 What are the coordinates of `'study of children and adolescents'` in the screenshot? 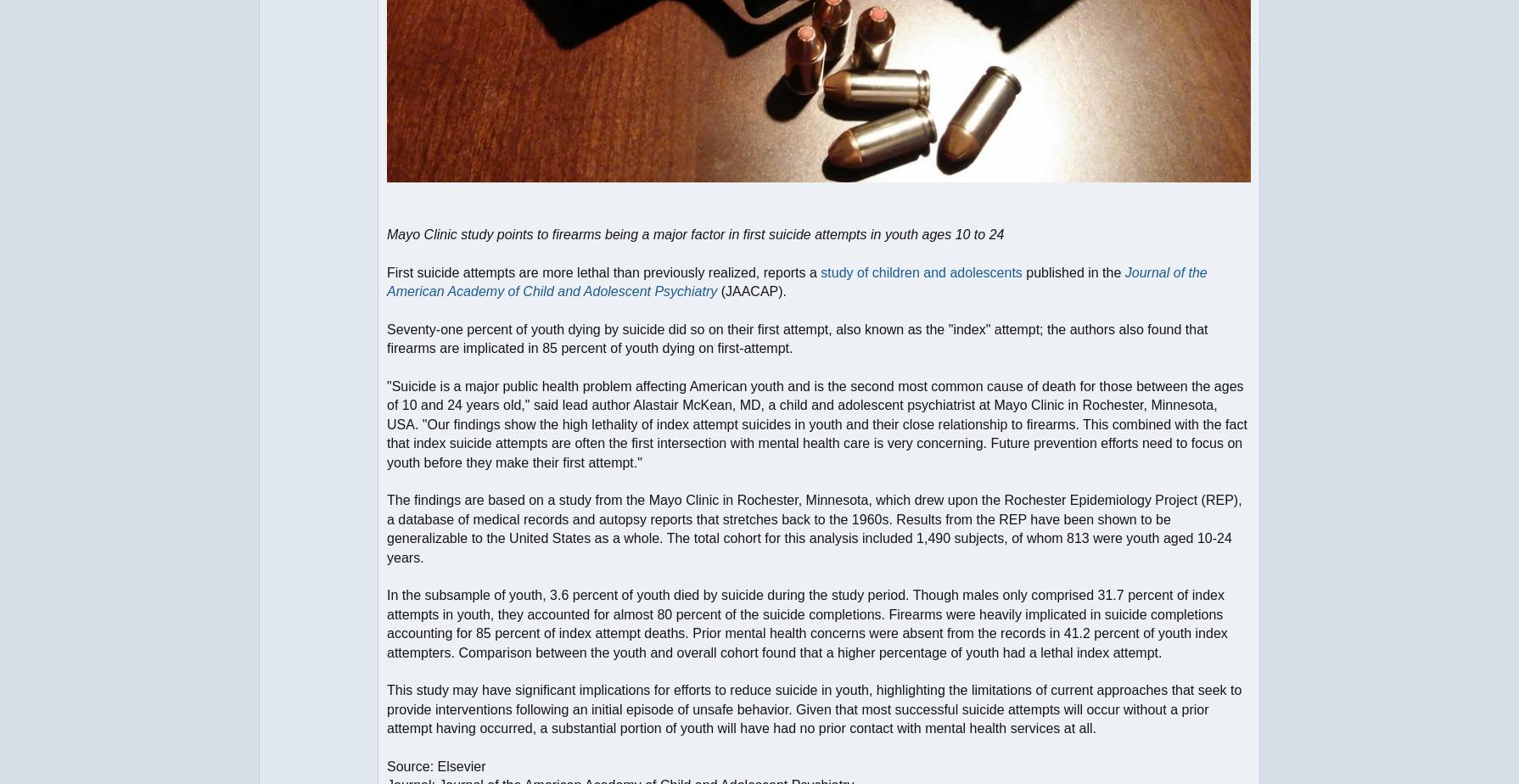 It's located at (921, 272).